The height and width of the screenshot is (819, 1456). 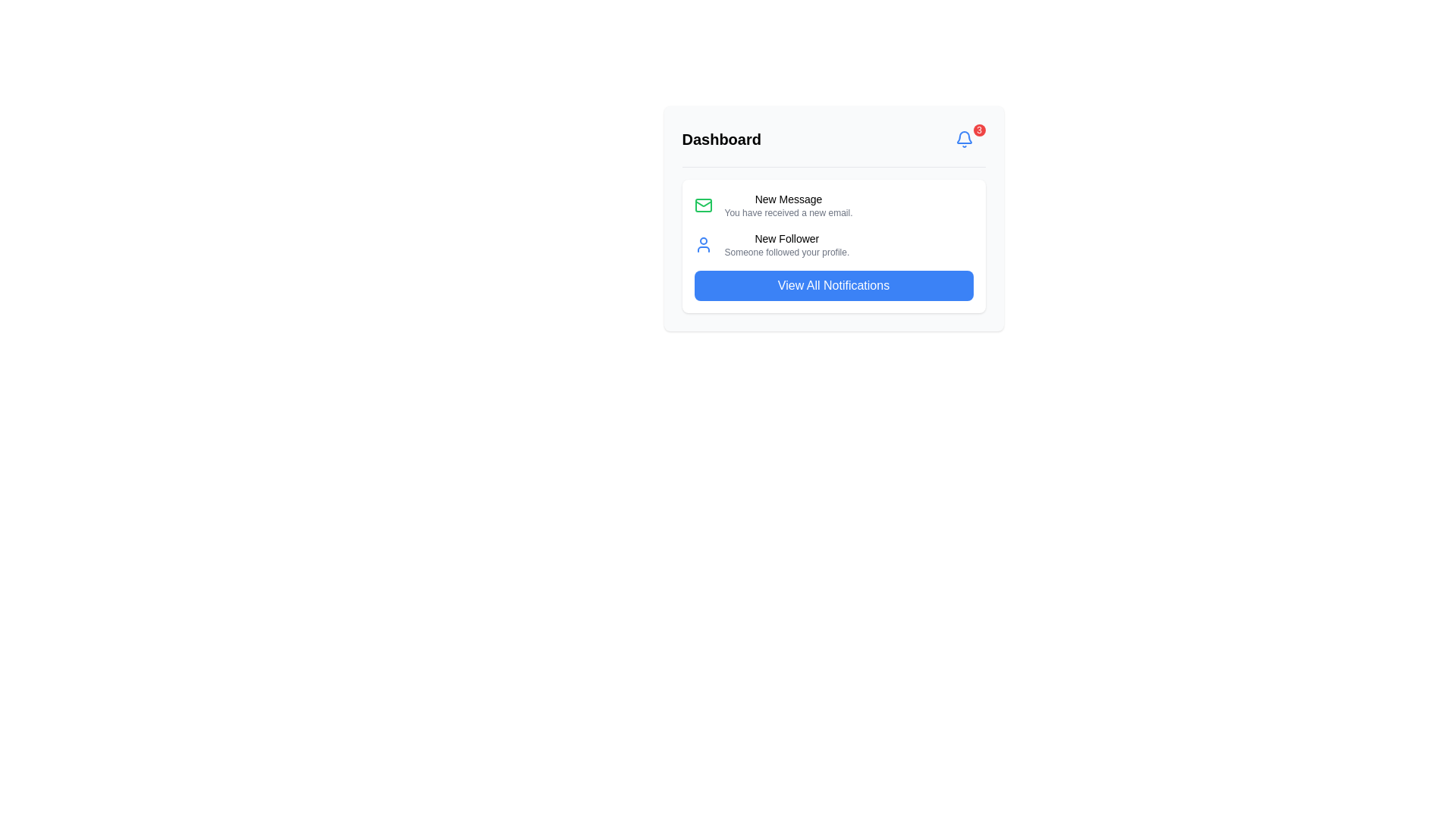 I want to click on the displayed text of the notification title above the description text that reads 'You have received a new email.', so click(x=789, y=198).